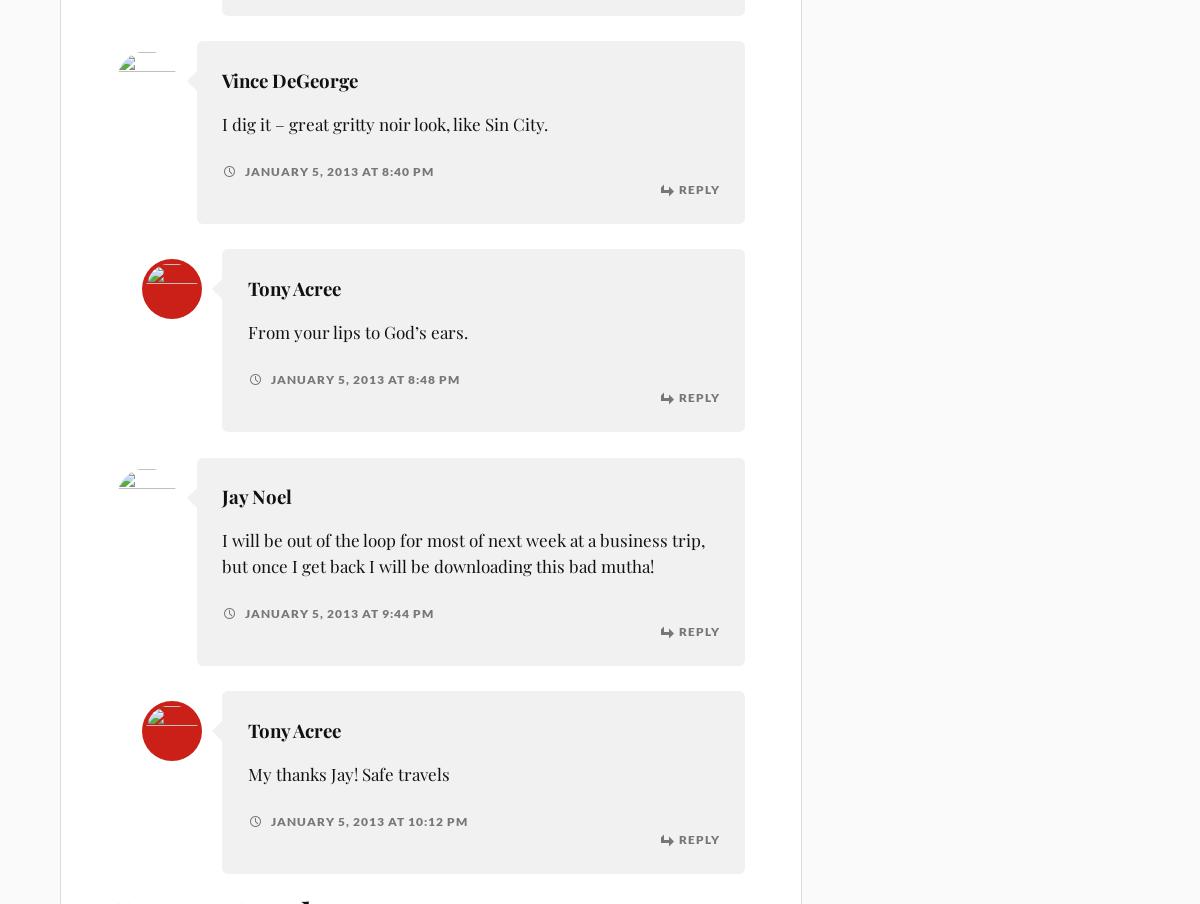  I want to click on 'January 5, 2013 at 8:48 pm', so click(266, 377).